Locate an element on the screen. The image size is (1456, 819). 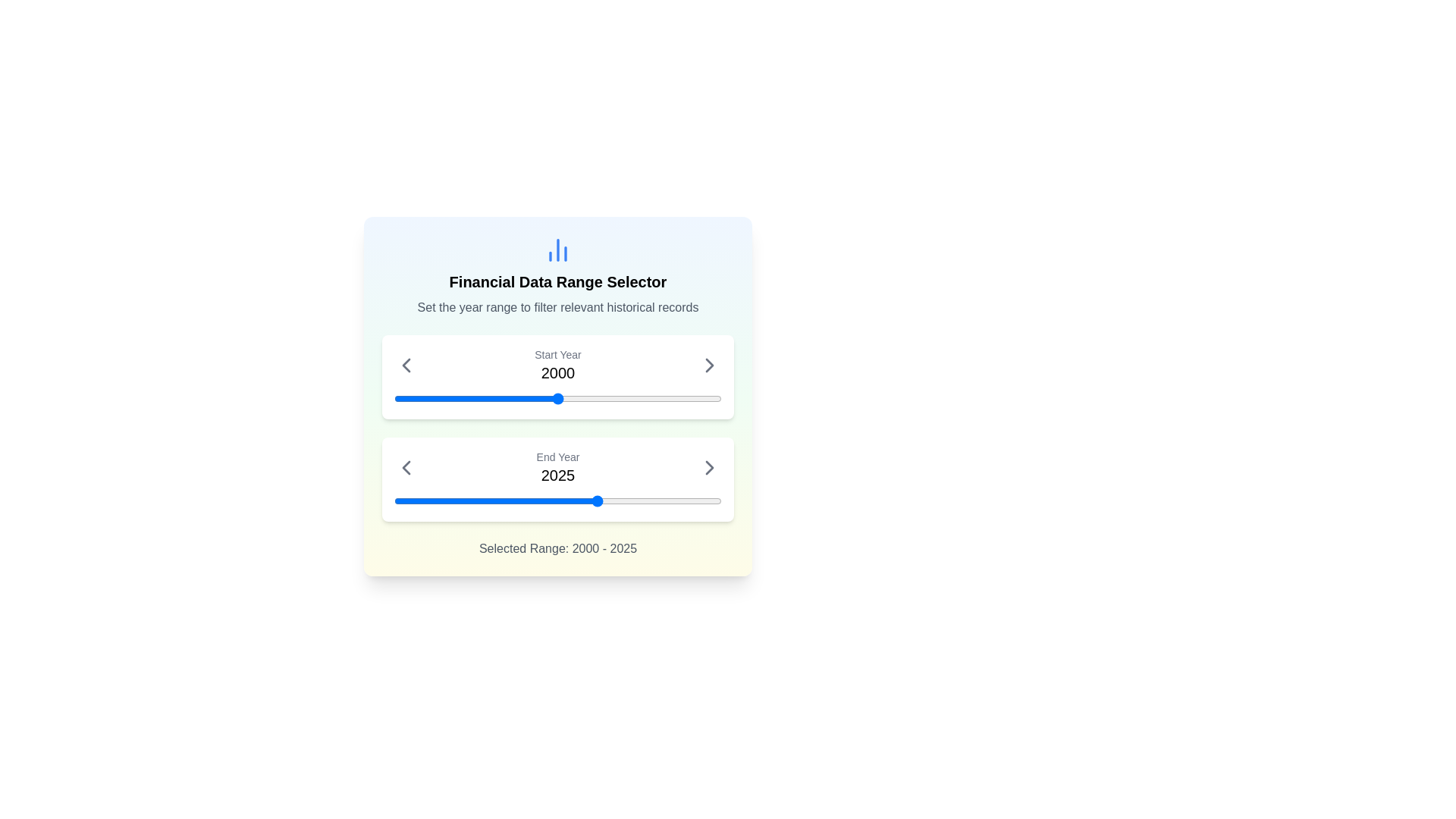
the right-pointing chevron icon button located on the lower row of the 'End Year' selector to increment the year value is located at coordinates (709, 467).